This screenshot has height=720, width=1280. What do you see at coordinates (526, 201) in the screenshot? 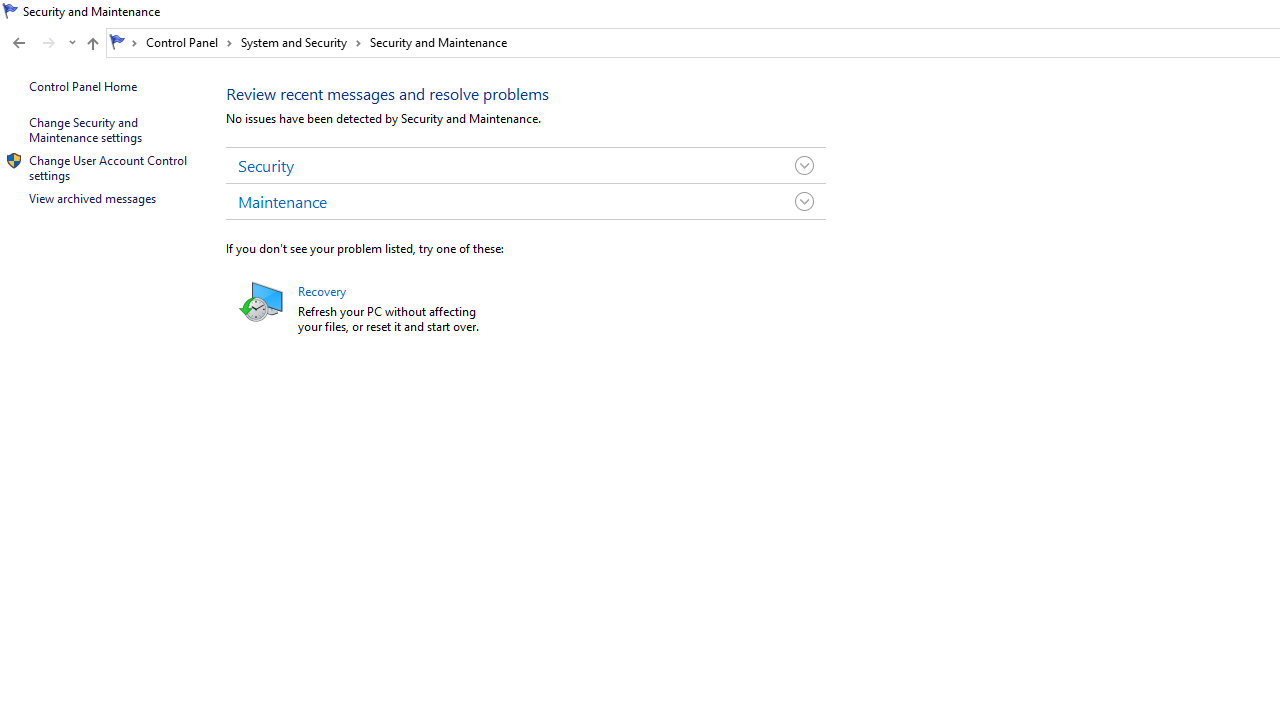
I see `'Maintenance'` at bounding box center [526, 201].